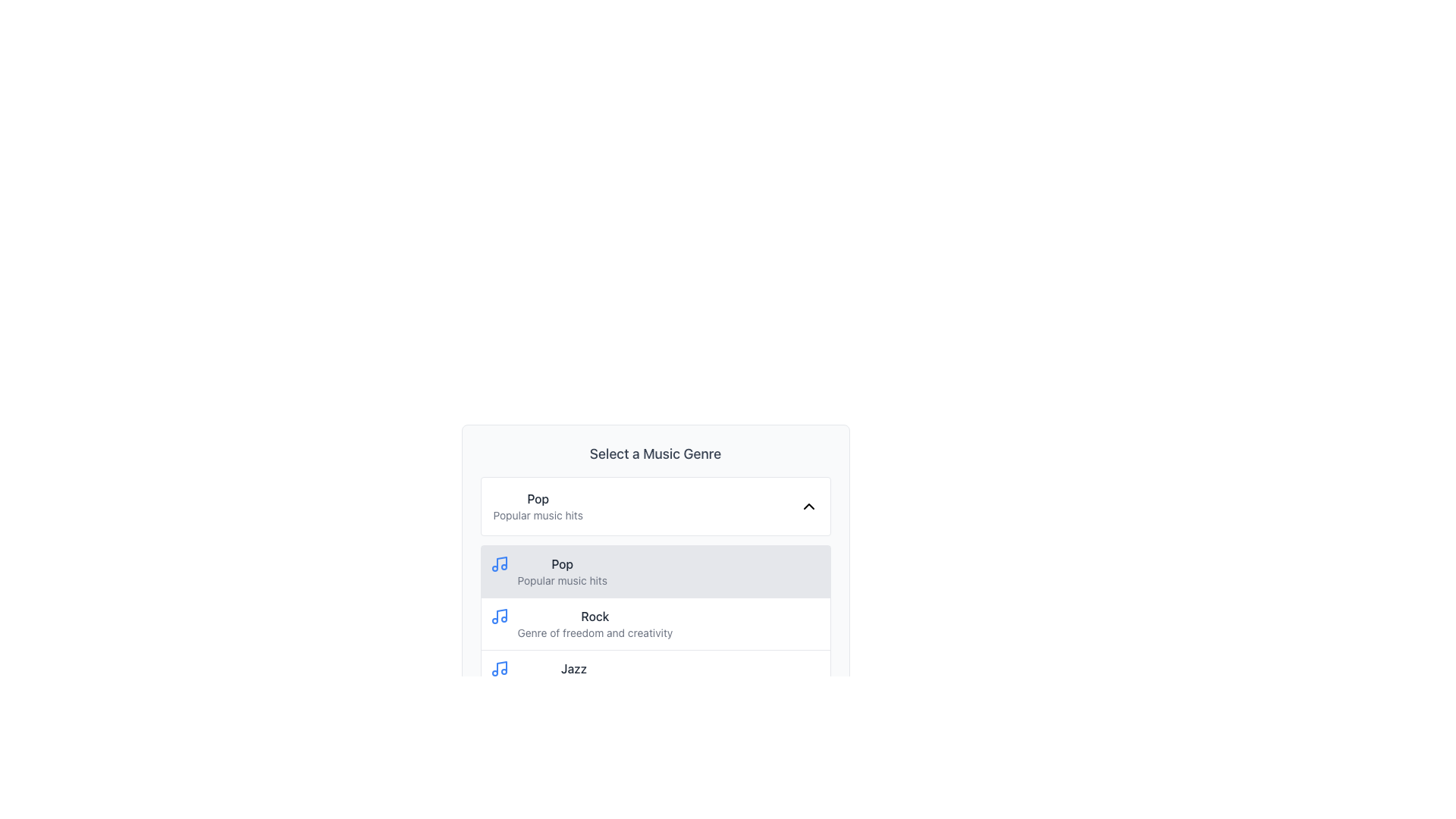 The image size is (1456, 819). What do you see at coordinates (573, 685) in the screenshot?
I see `the informational text label providing additional context about the 'Jazz' music genre, which is directly underneath the bolded title 'Jazz'` at bounding box center [573, 685].